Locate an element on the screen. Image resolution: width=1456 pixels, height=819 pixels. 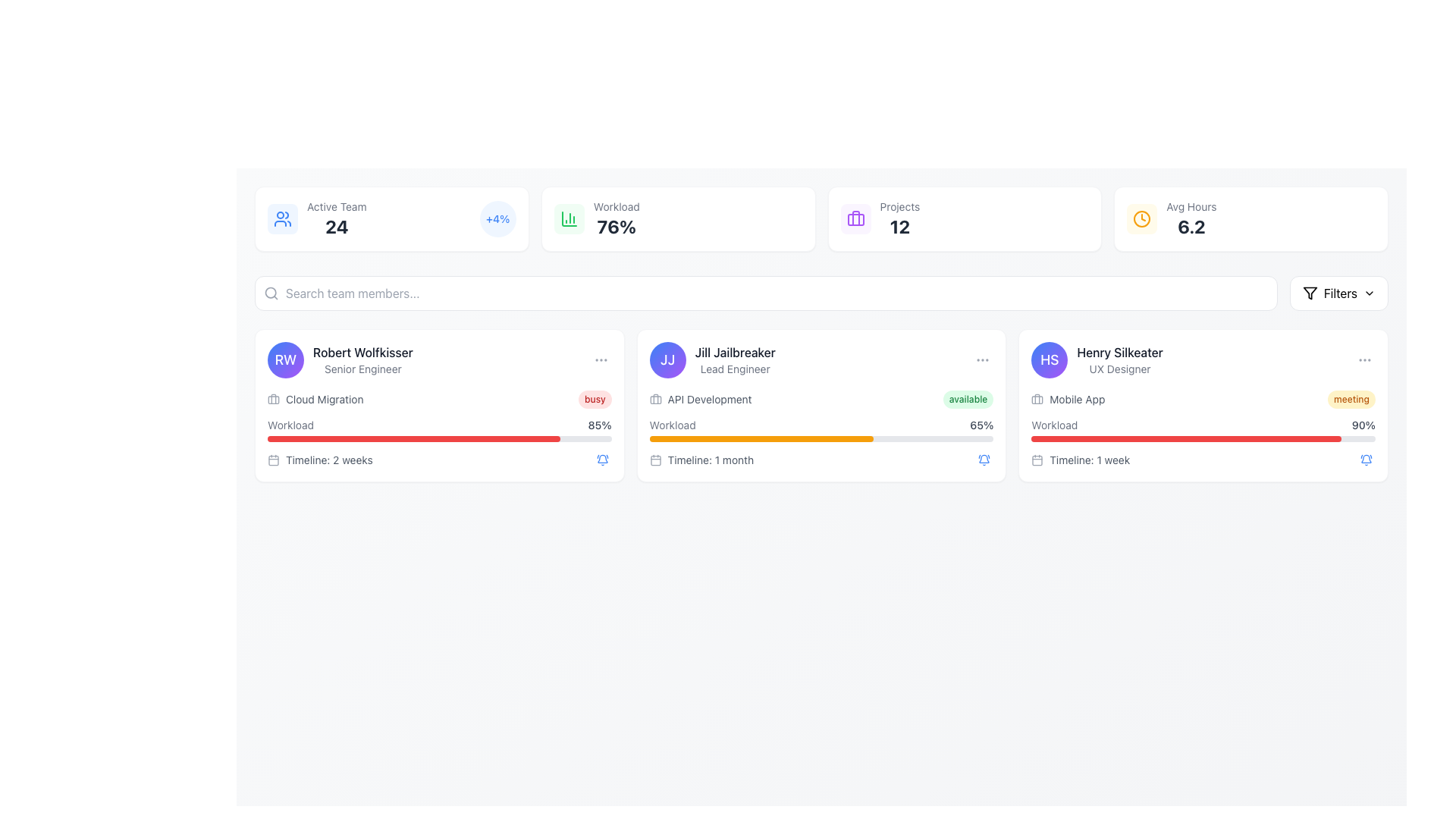
the small gray briefcase icon with rounded edges, located to the immediate left of the 'Mobile App' text in the third card for 'Henry Silkeater' UX Designer is located at coordinates (1037, 399).